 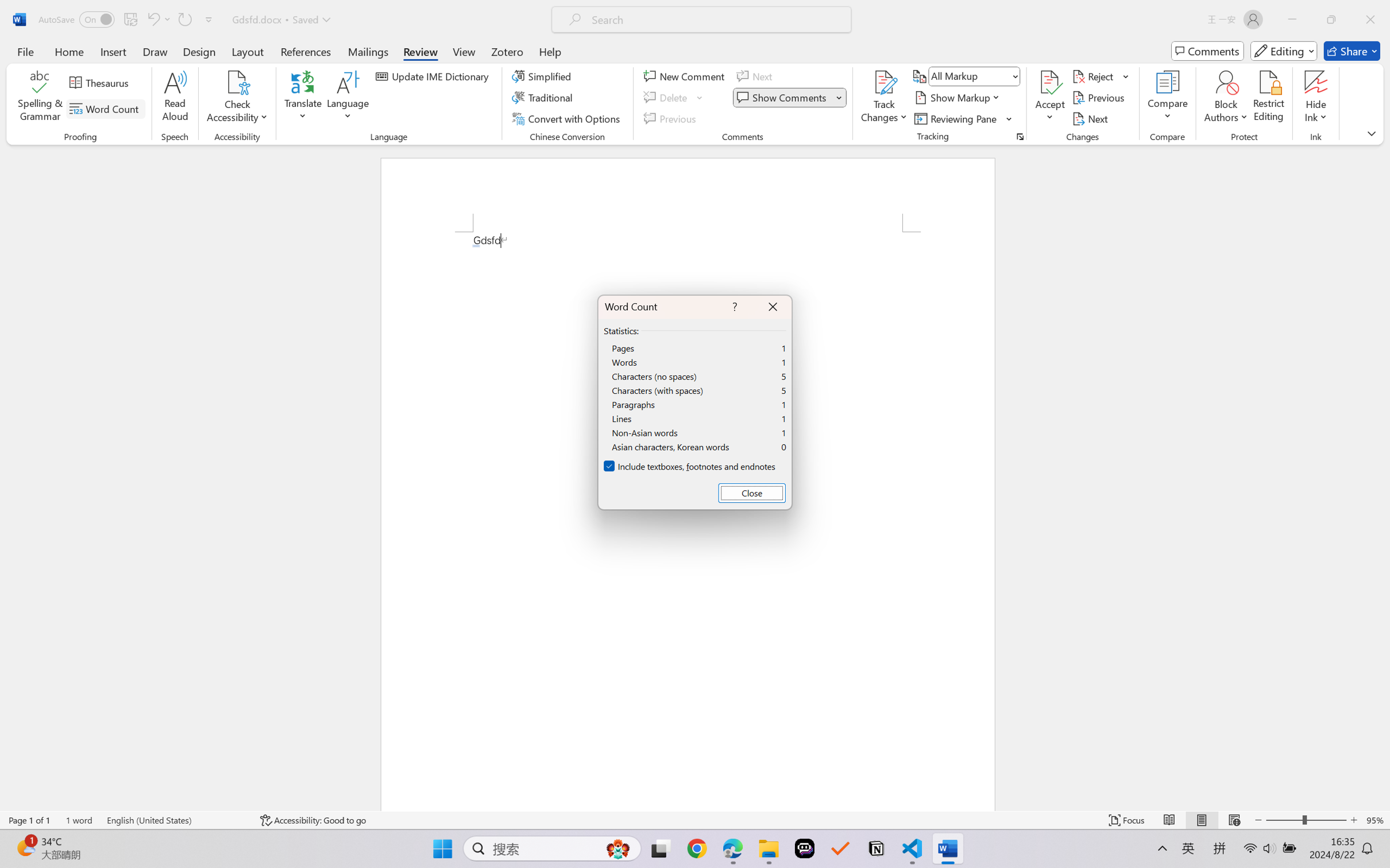 I want to click on 'Reviewing Pane', so click(x=956, y=119).